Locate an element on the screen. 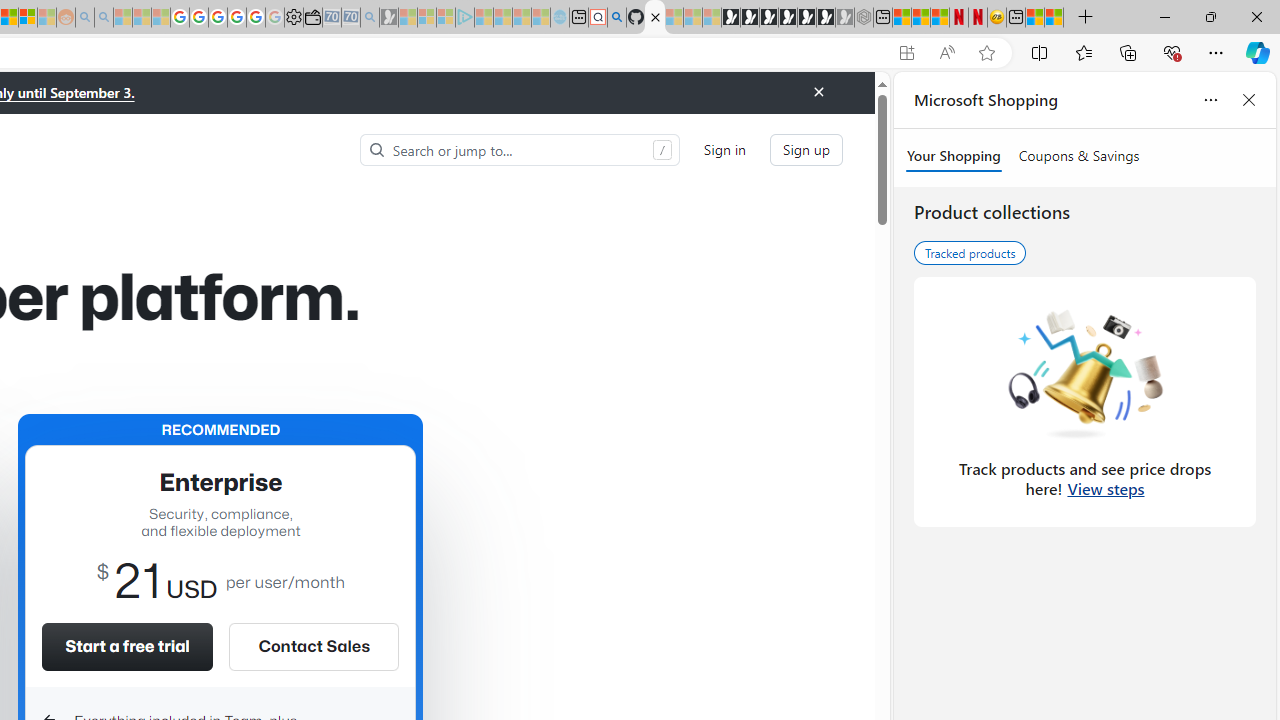 The image size is (1280, 720). 'Start a free trial' is located at coordinates (126, 646).